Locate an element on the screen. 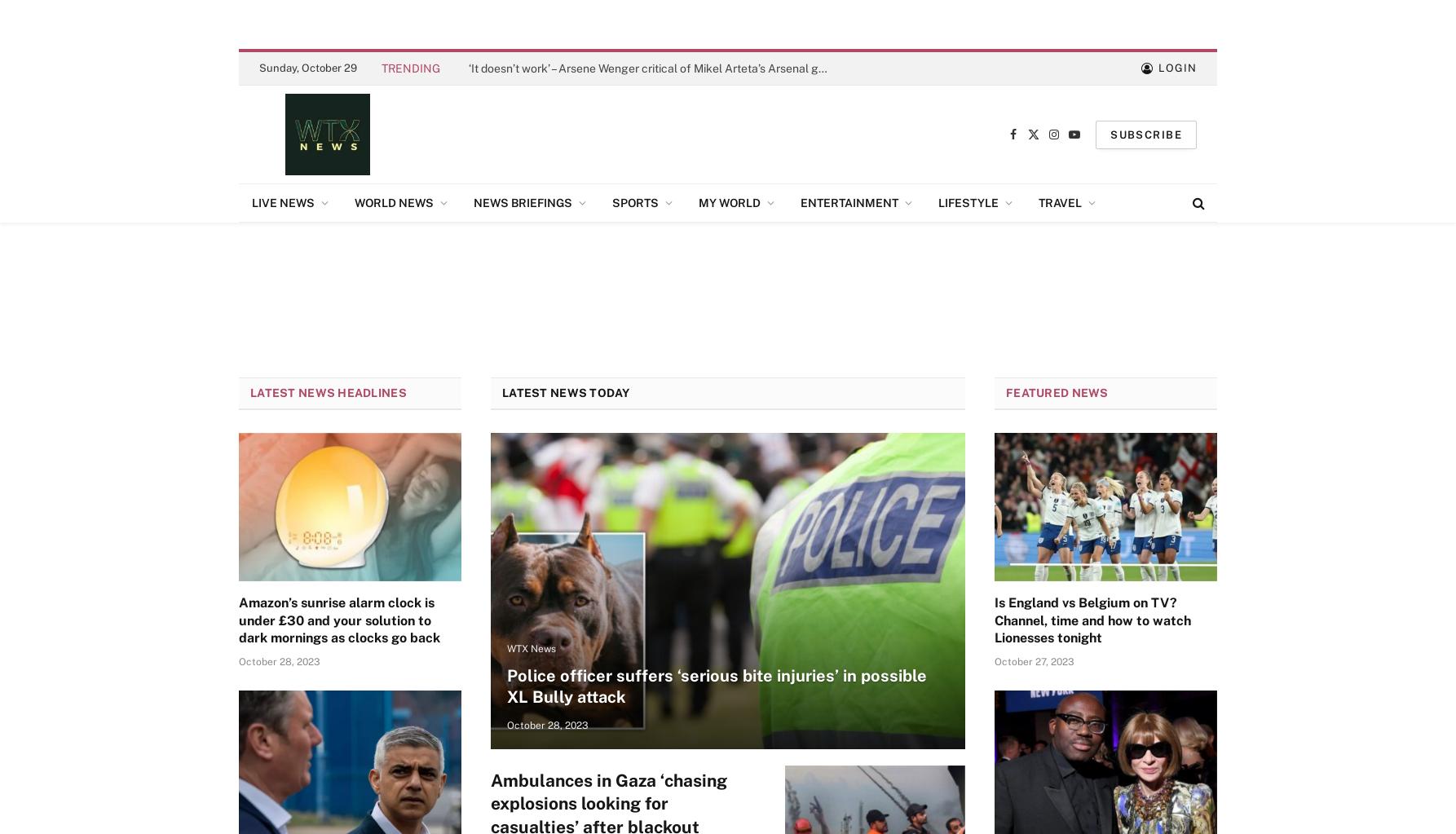  'UK News Briefing' is located at coordinates (525, 241).